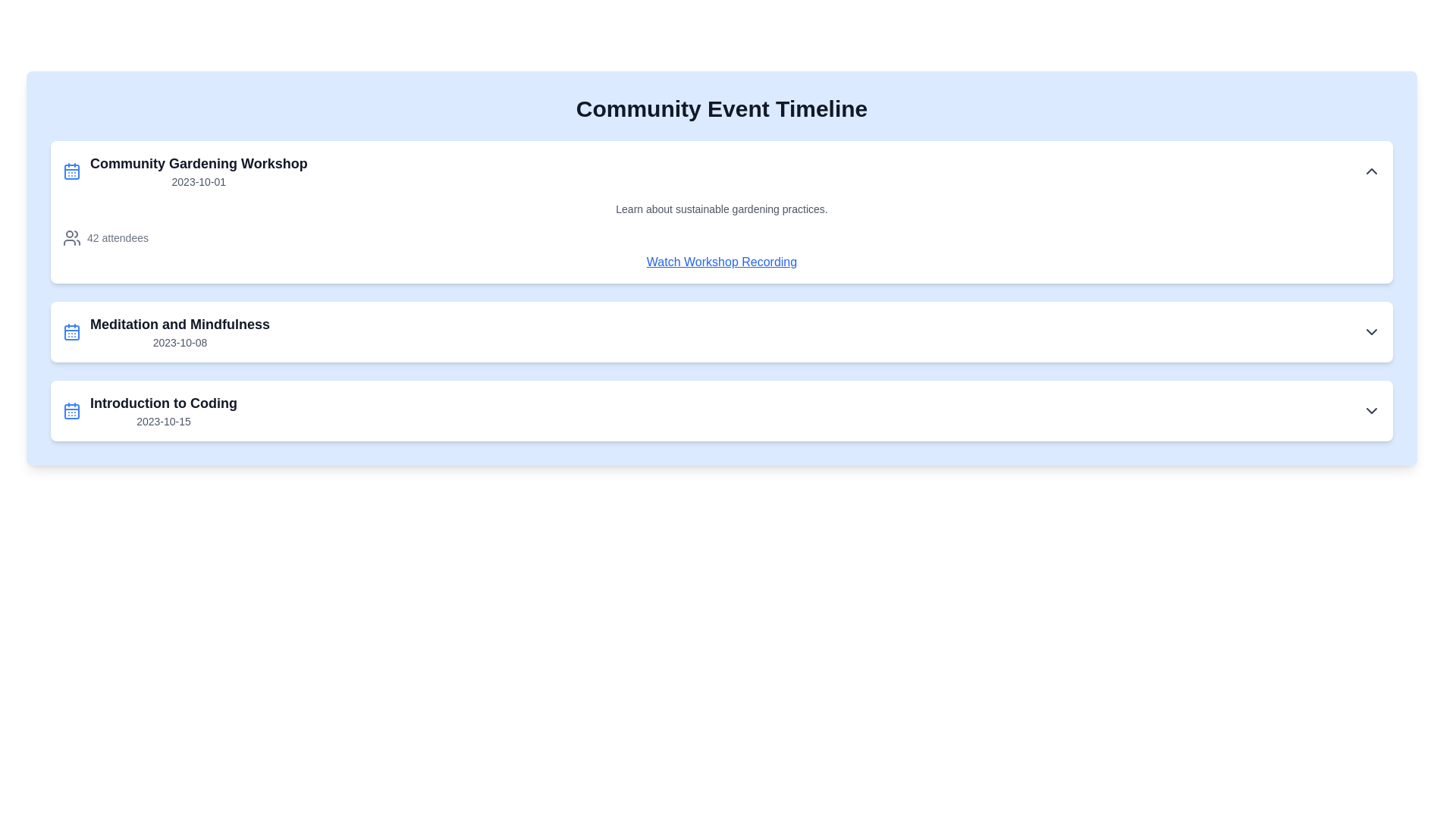 The width and height of the screenshot is (1456, 819). What do you see at coordinates (720, 331) in the screenshot?
I see `the down arrow on the second expandable event card located in the 'Community Event Timeline' section` at bounding box center [720, 331].